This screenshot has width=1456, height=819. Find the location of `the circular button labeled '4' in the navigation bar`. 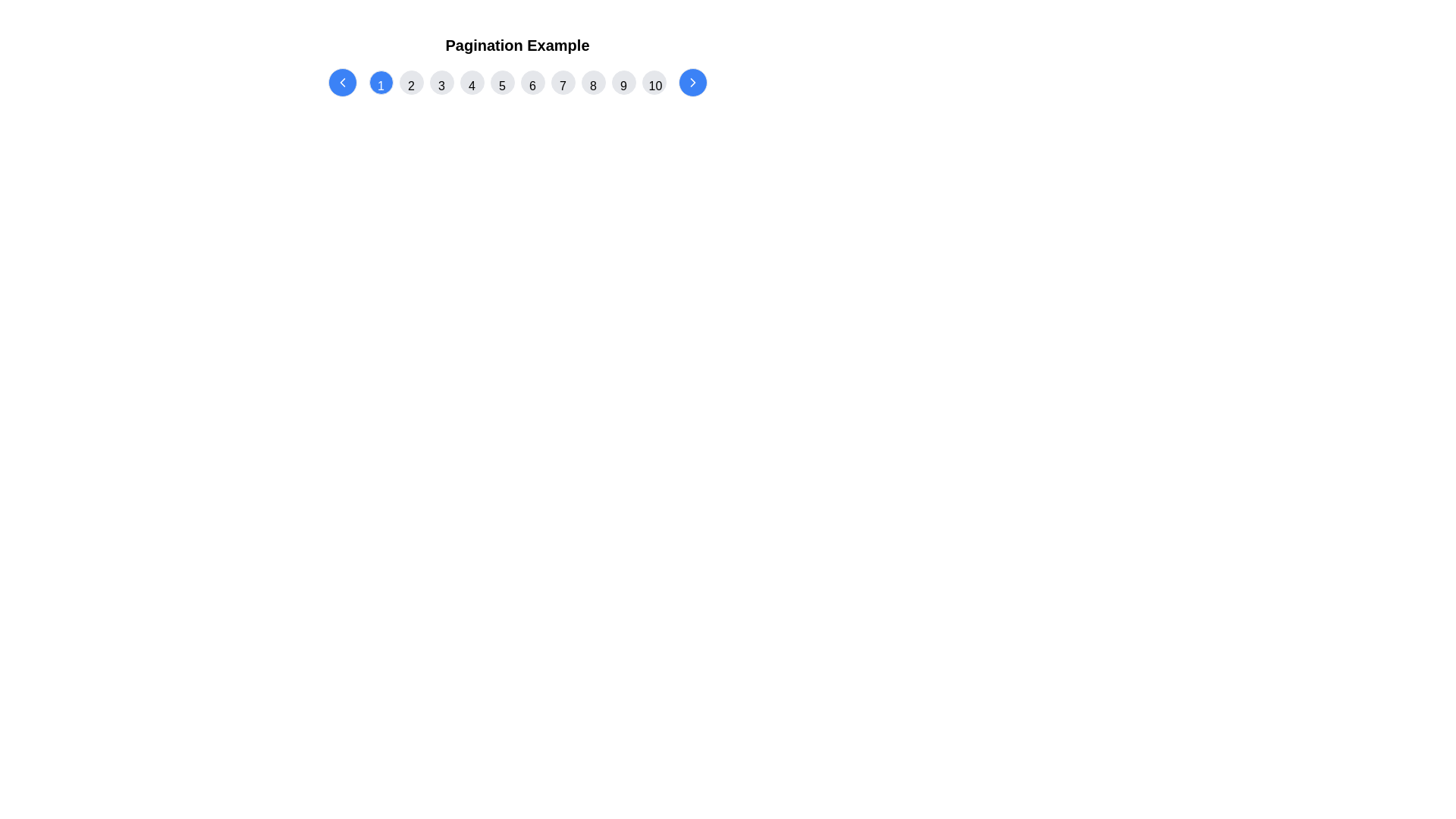

the circular button labeled '4' in the navigation bar is located at coordinates (471, 82).